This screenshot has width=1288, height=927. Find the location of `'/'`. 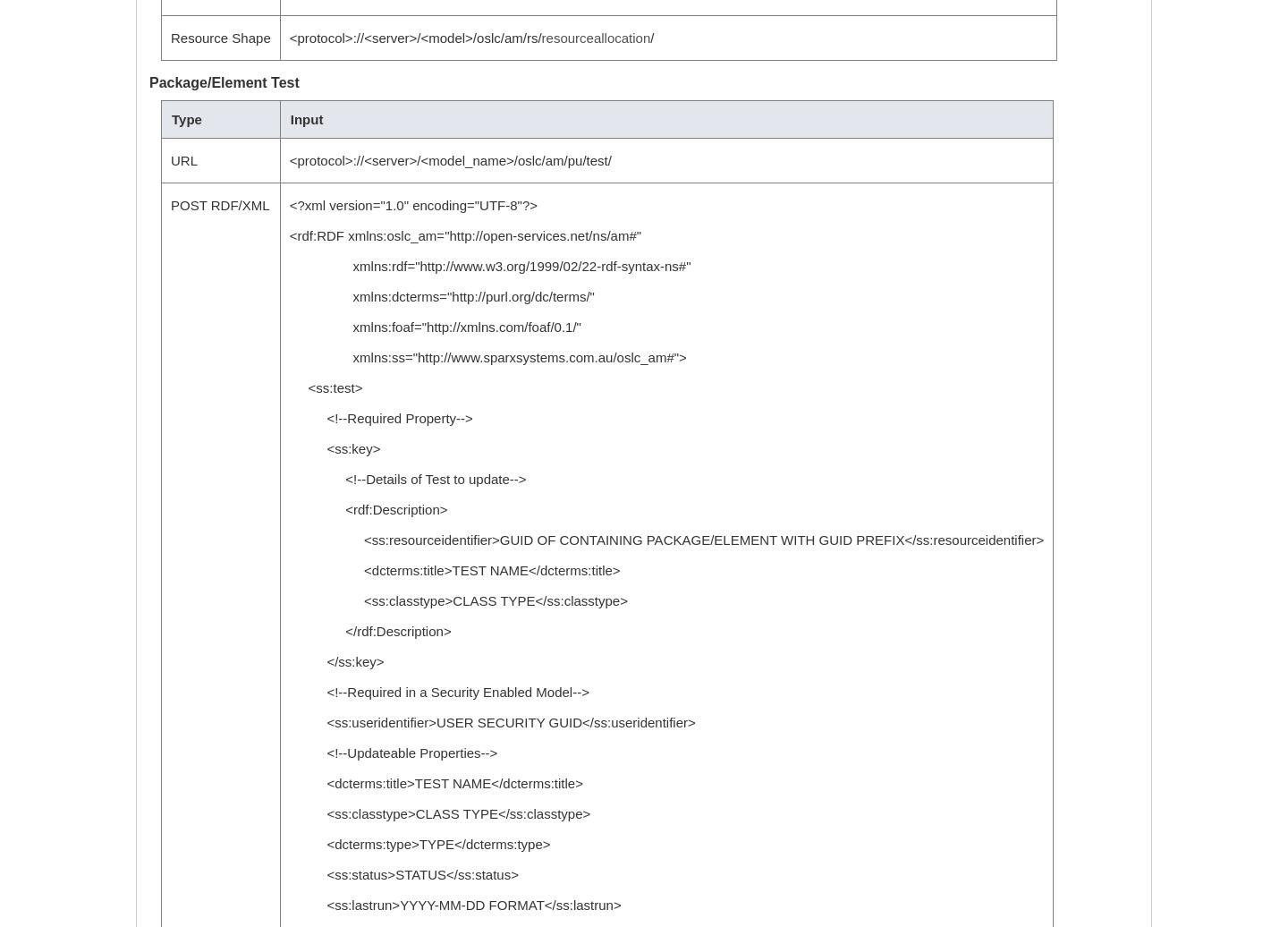

'/' is located at coordinates (649, 38).